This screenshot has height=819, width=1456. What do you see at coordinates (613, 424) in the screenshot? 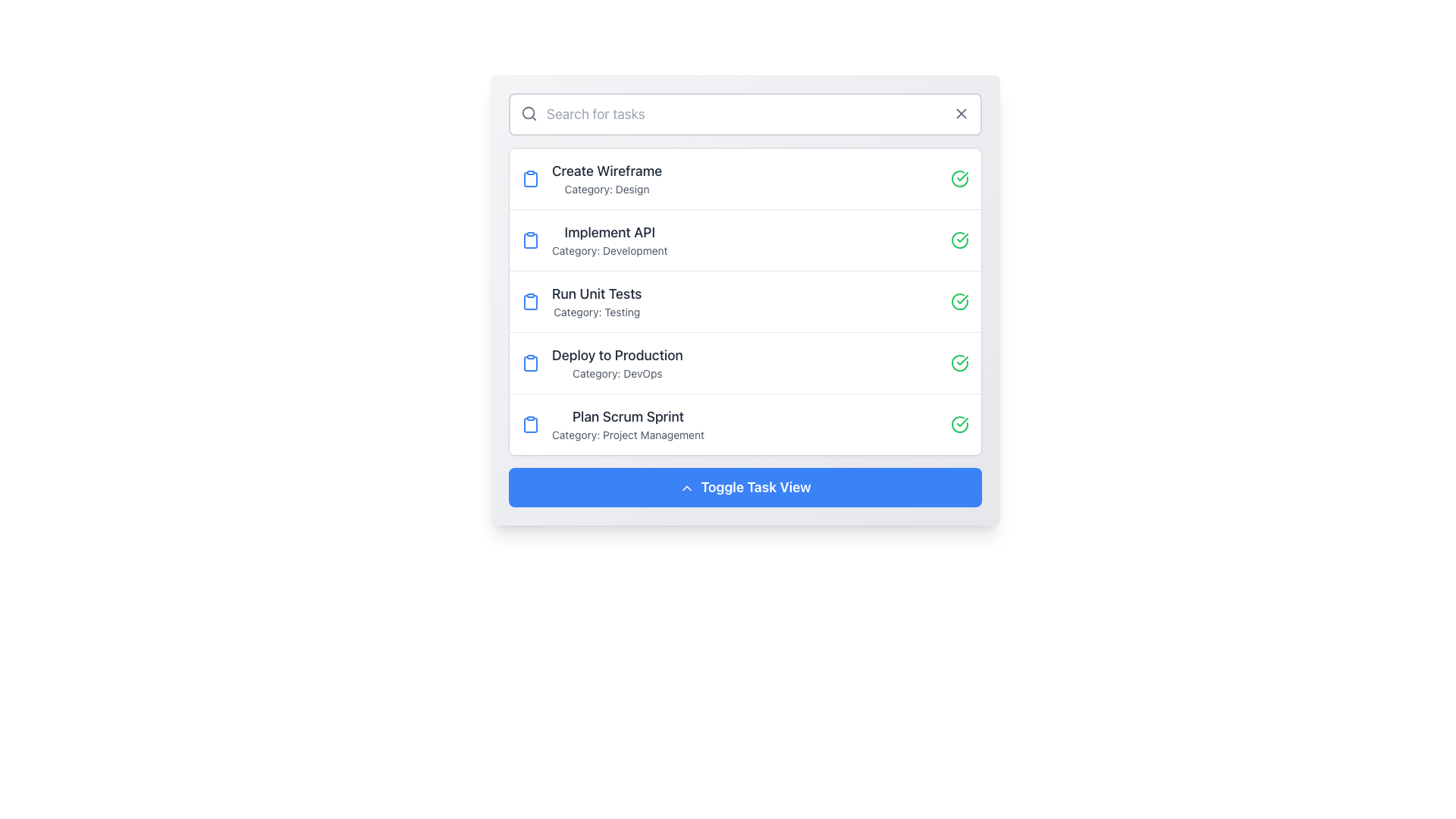
I see `the list item labeled 'Plan Scrum Sprint' with a clipboard icon` at bounding box center [613, 424].